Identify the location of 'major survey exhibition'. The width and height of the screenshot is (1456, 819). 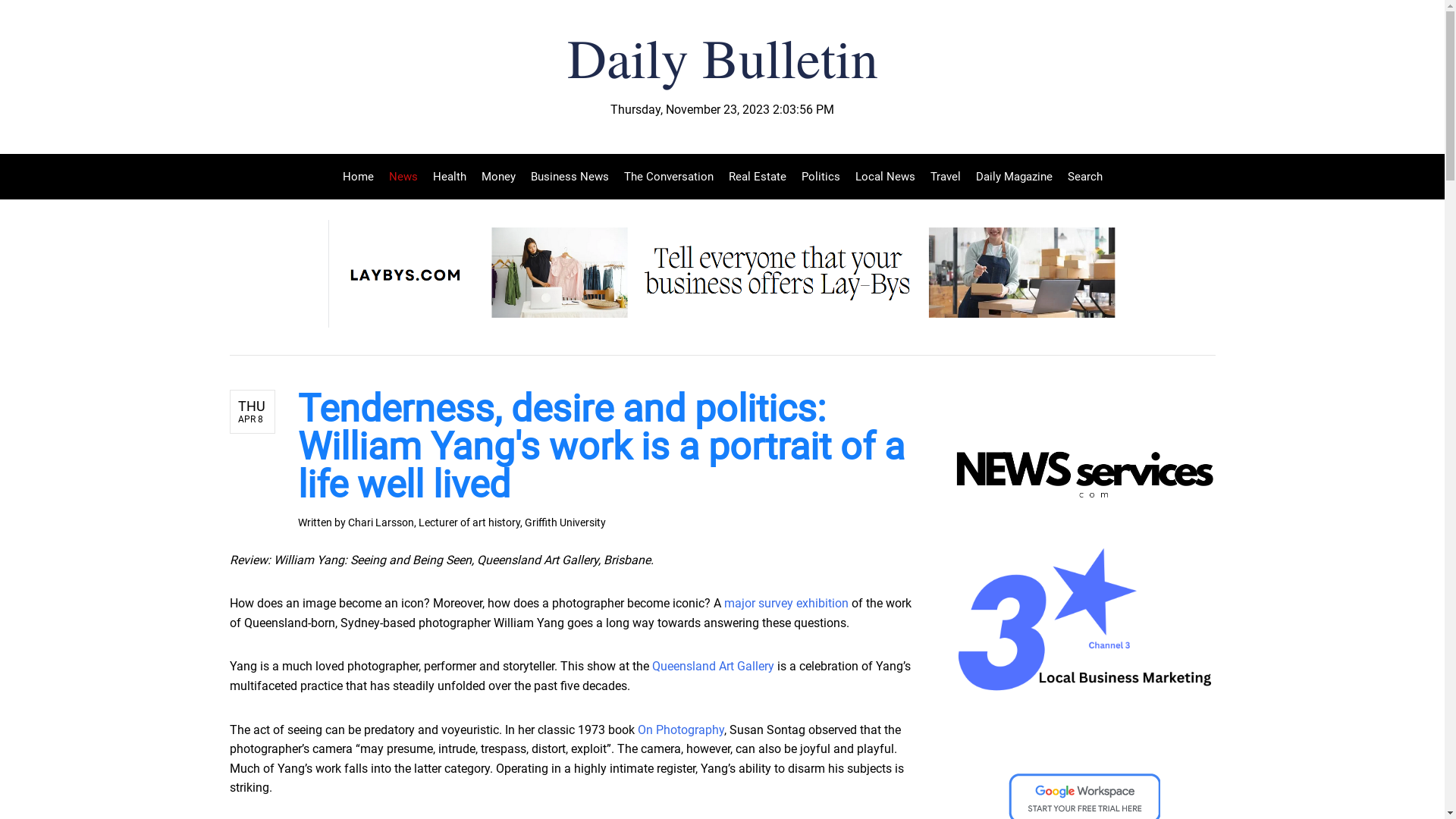
(723, 602).